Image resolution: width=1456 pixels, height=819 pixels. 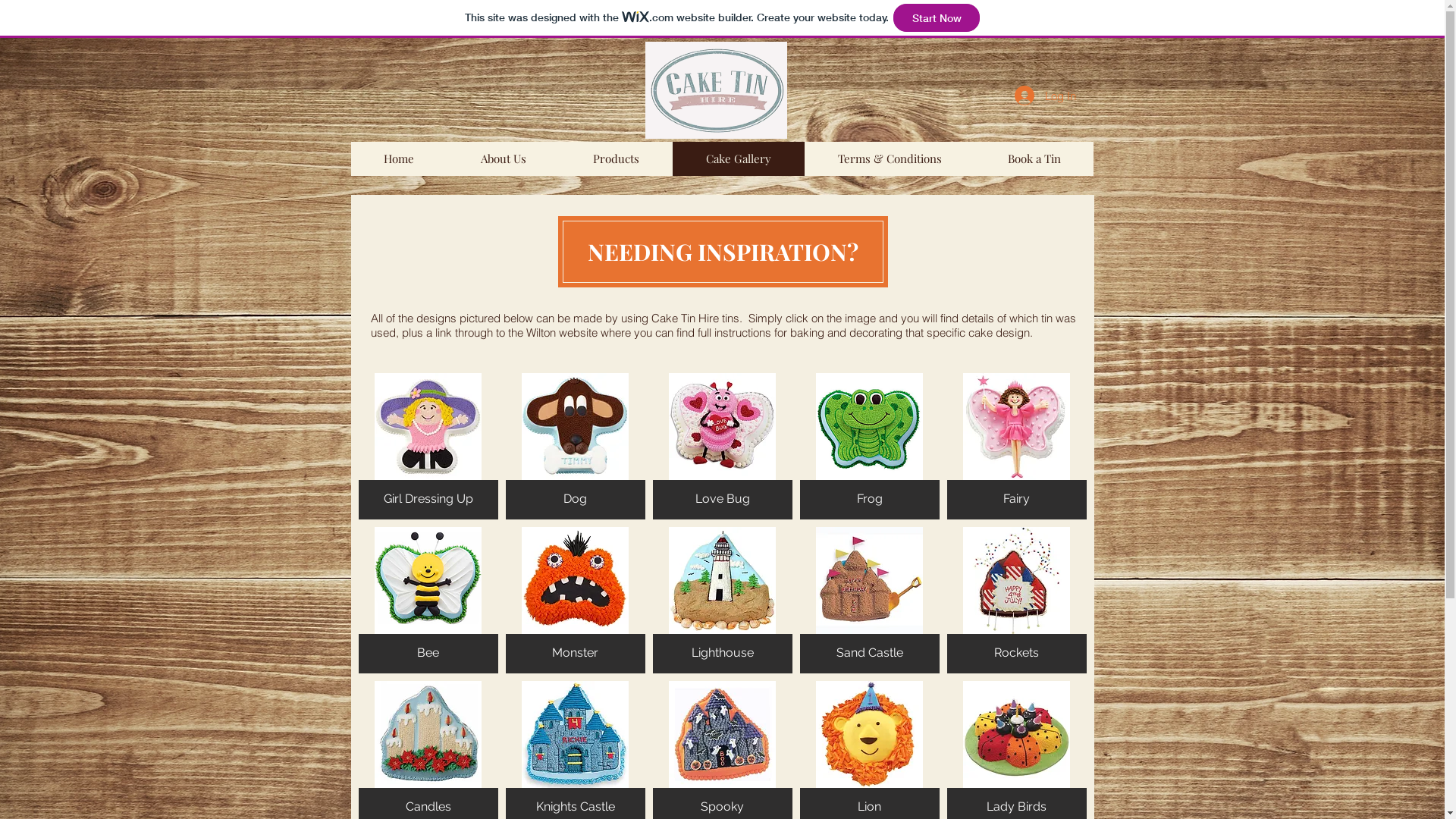 I want to click on 'Book a Tin', so click(x=973, y=158).